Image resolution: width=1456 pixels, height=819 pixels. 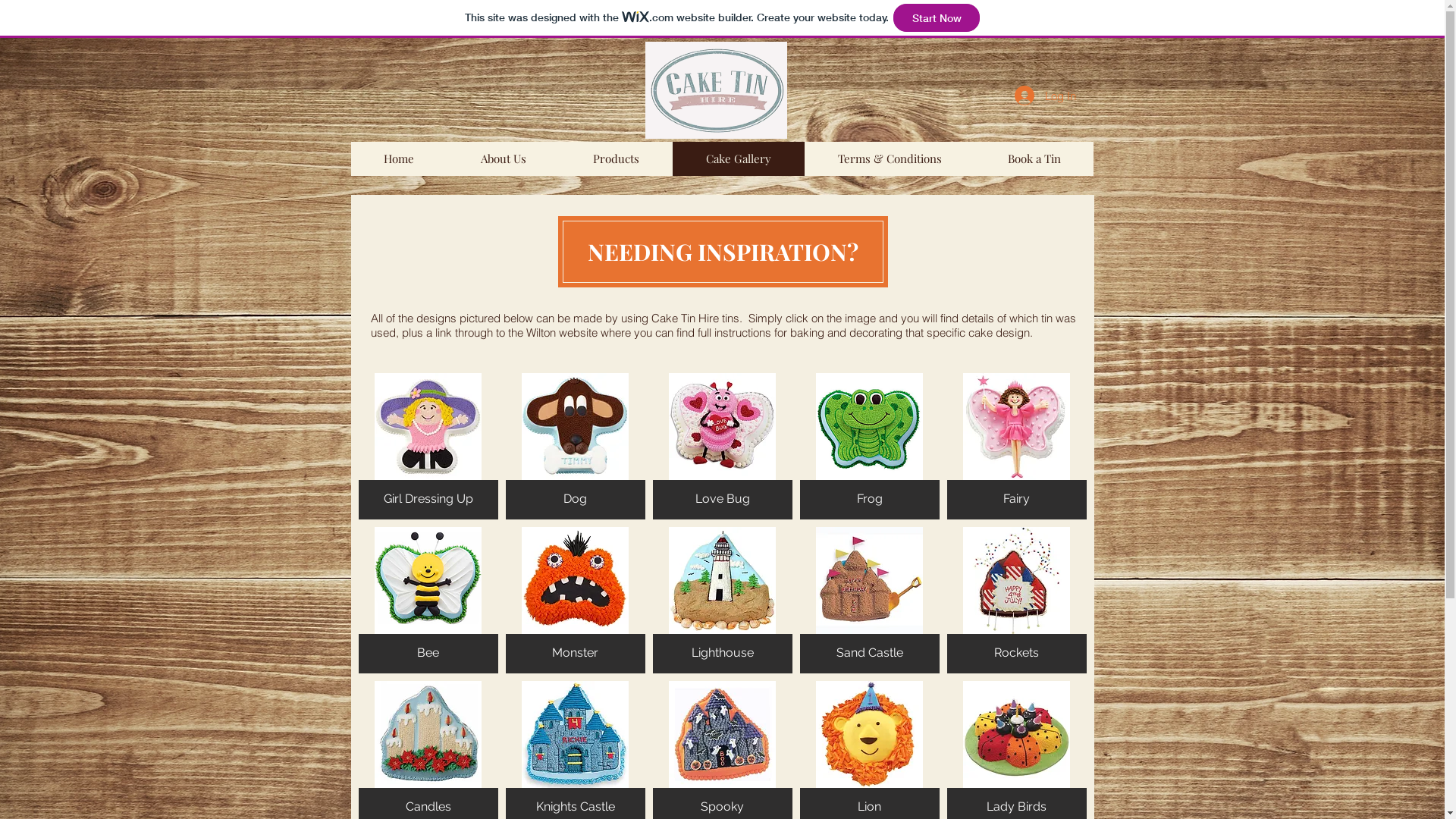 I want to click on 'Book a Tin', so click(x=973, y=158).